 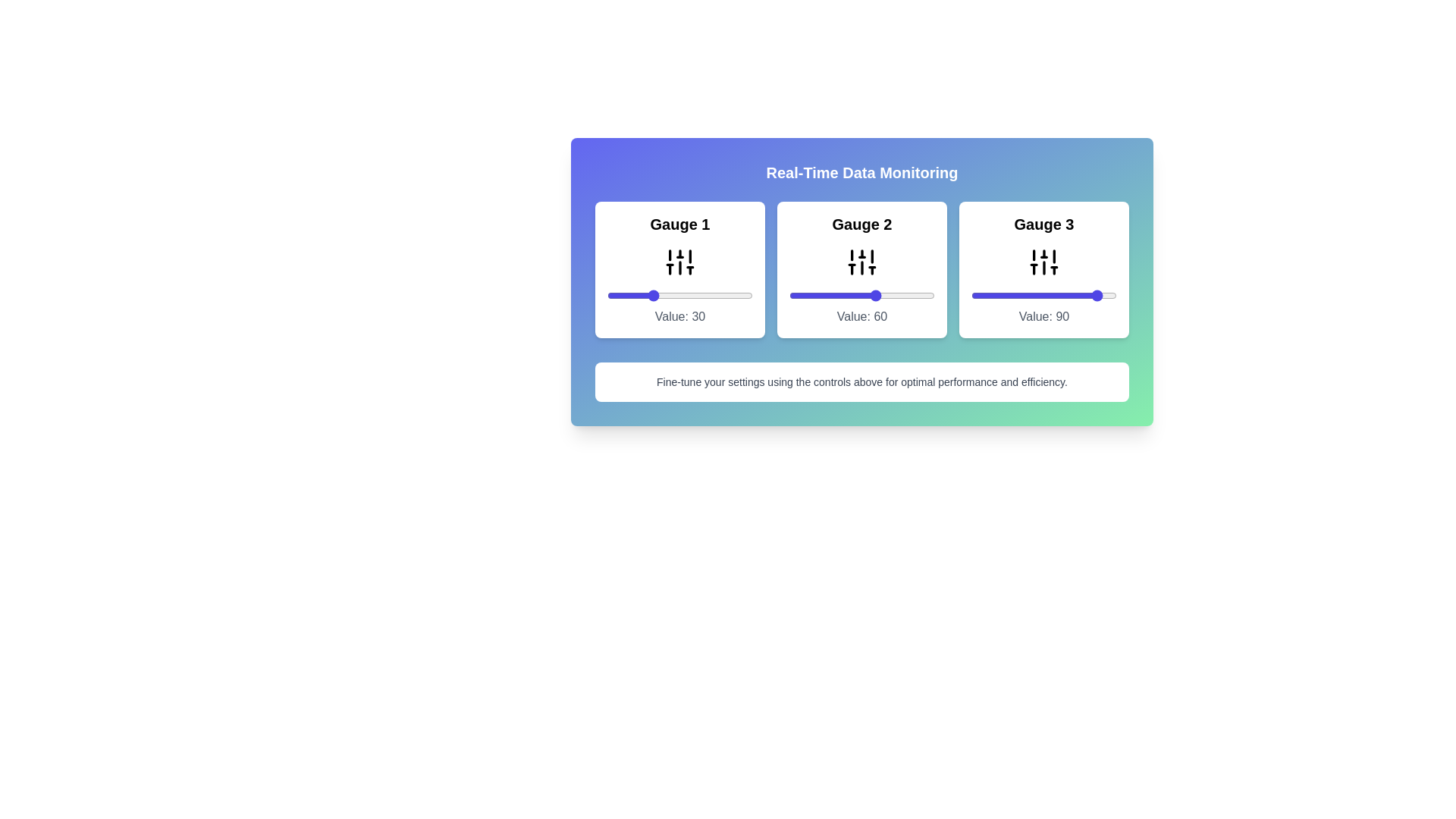 What do you see at coordinates (1043, 224) in the screenshot?
I see `the 'Gauge 3' text label displayed in bold, large font at the top of the rightmost card in a three-column grid` at bounding box center [1043, 224].